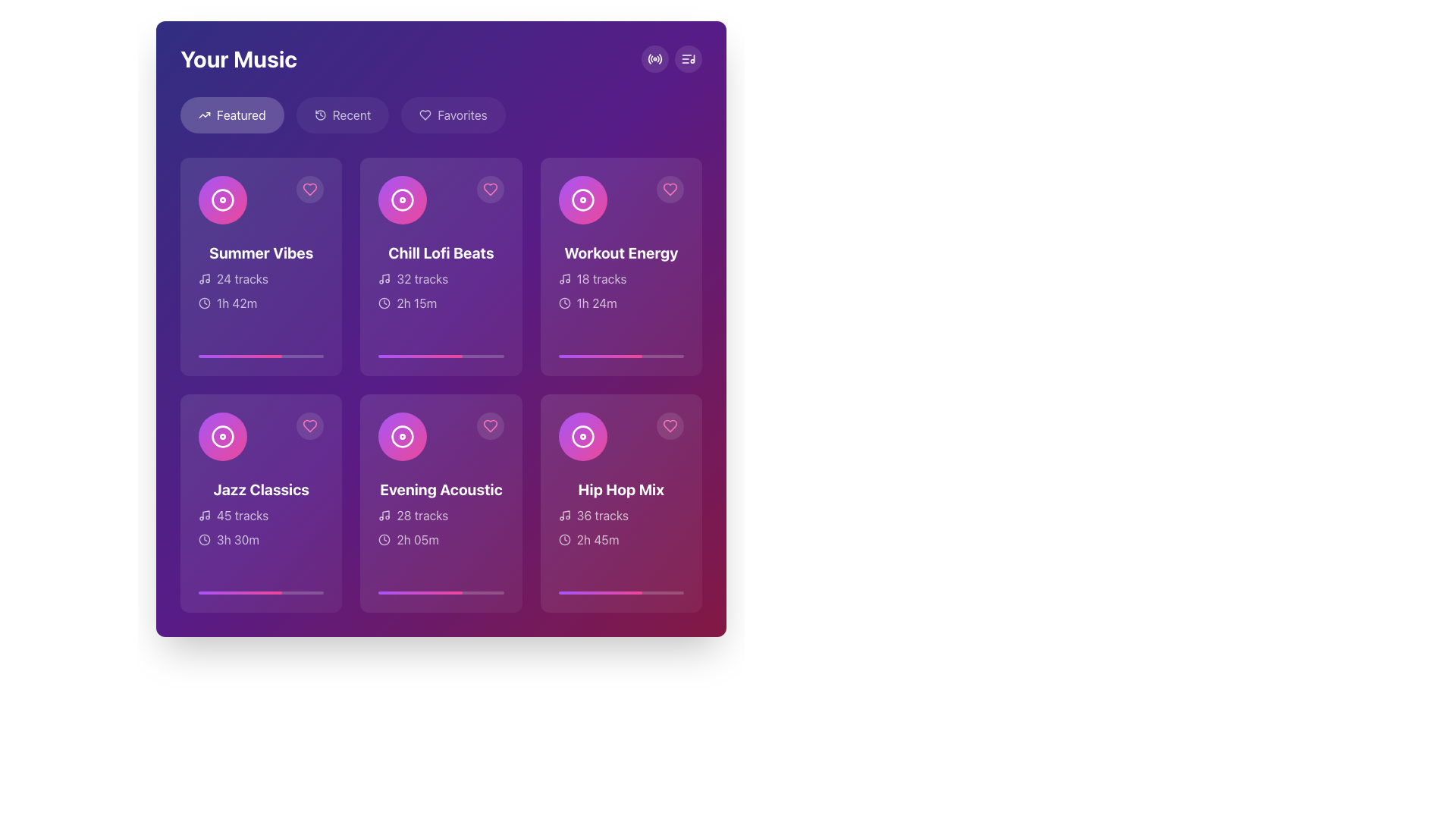 The width and height of the screenshot is (1456, 819). What do you see at coordinates (490, 189) in the screenshot?
I see `the heart icon located at the top-right corner of the 'Chill Lofi Beats' card` at bounding box center [490, 189].